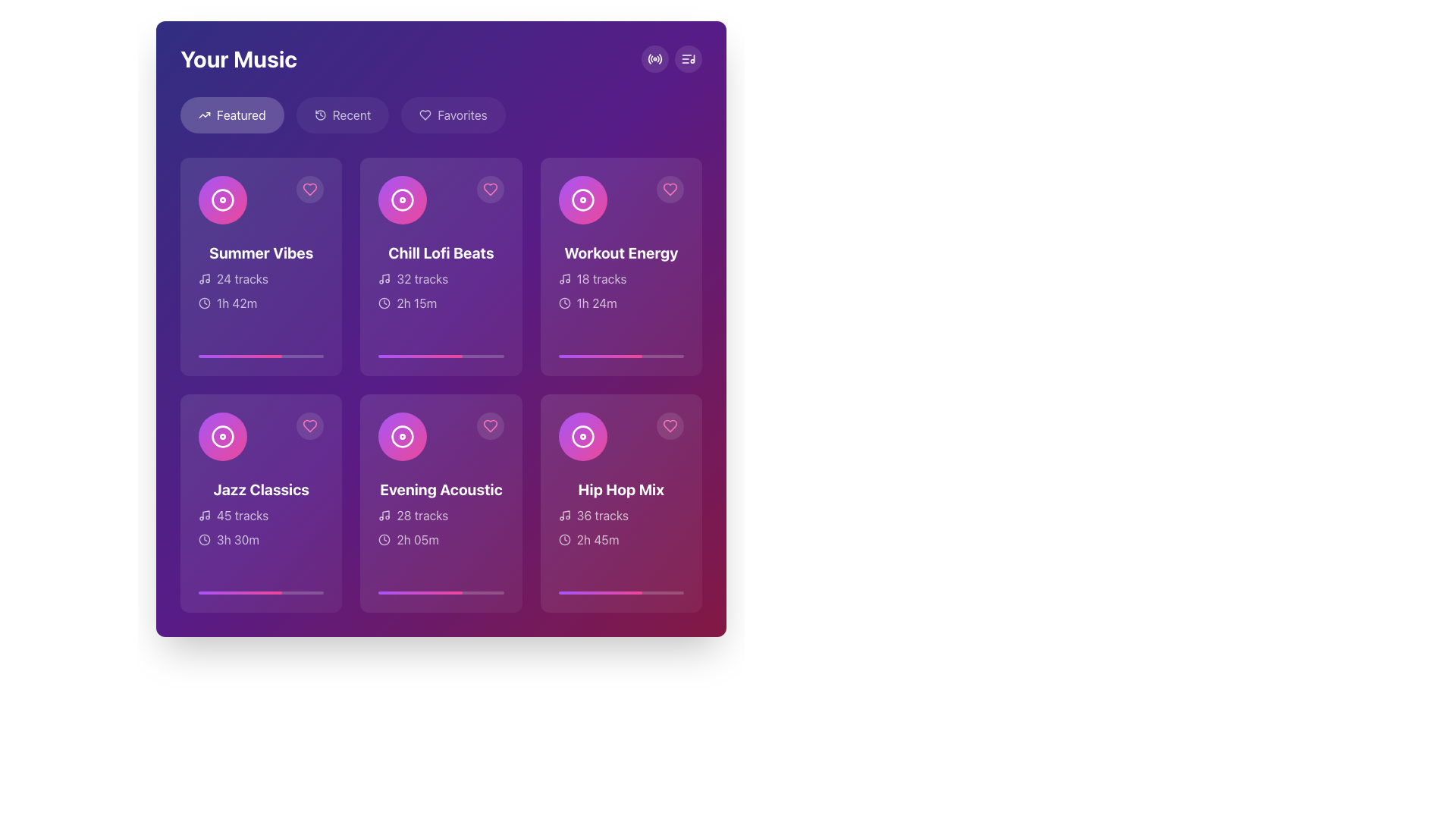 The width and height of the screenshot is (1456, 819). What do you see at coordinates (490, 189) in the screenshot?
I see `the heart icon located at the top-right corner of the 'Chill Lofi Beats' card` at bounding box center [490, 189].